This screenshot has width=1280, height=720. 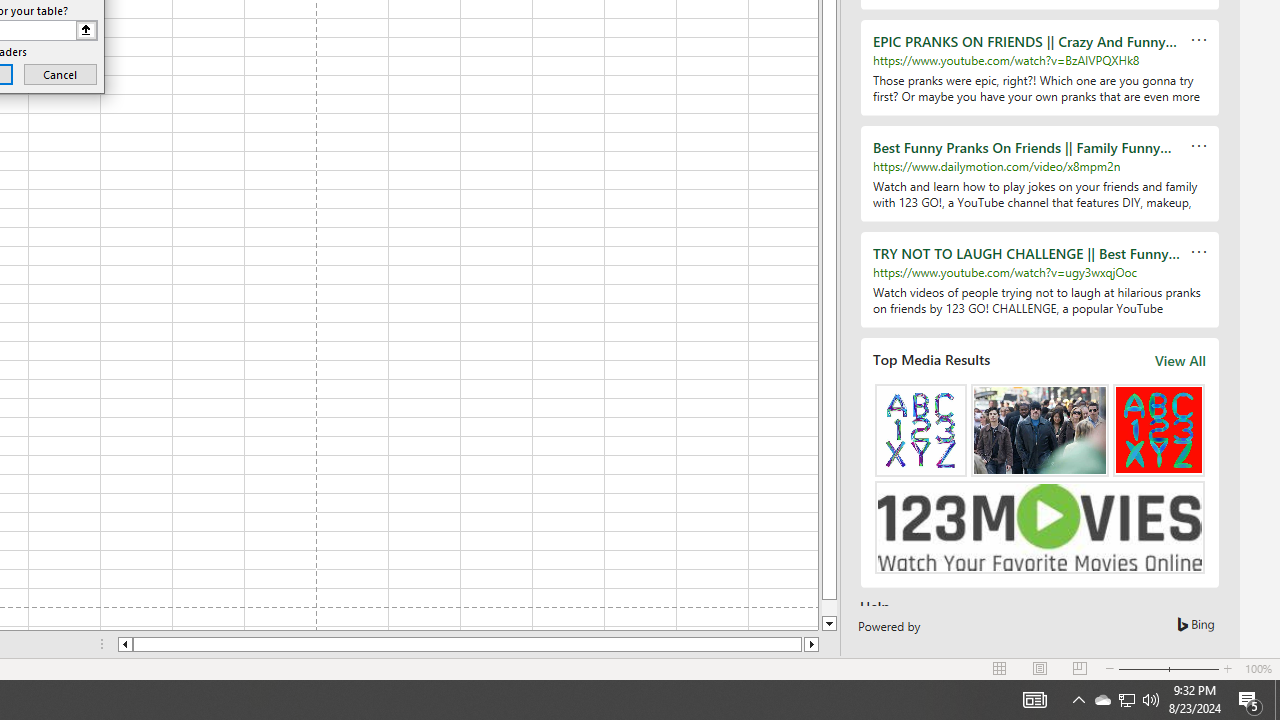 I want to click on 'User Promoted Notification Area', so click(x=1127, y=698).